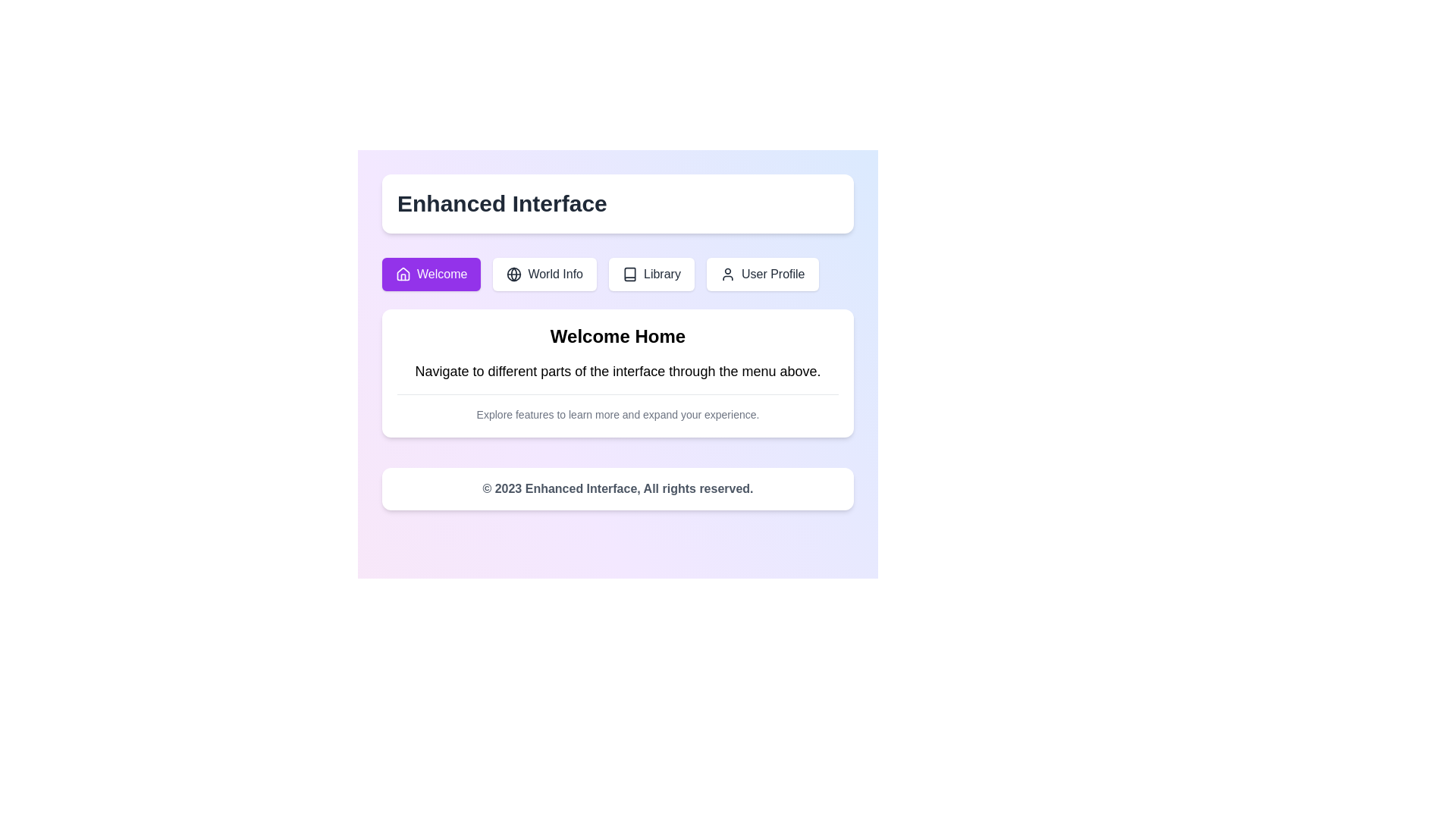 This screenshot has width=1456, height=819. What do you see at coordinates (403, 274) in the screenshot?
I see `the house-shaped icon within the 'Welcome' button` at bounding box center [403, 274].